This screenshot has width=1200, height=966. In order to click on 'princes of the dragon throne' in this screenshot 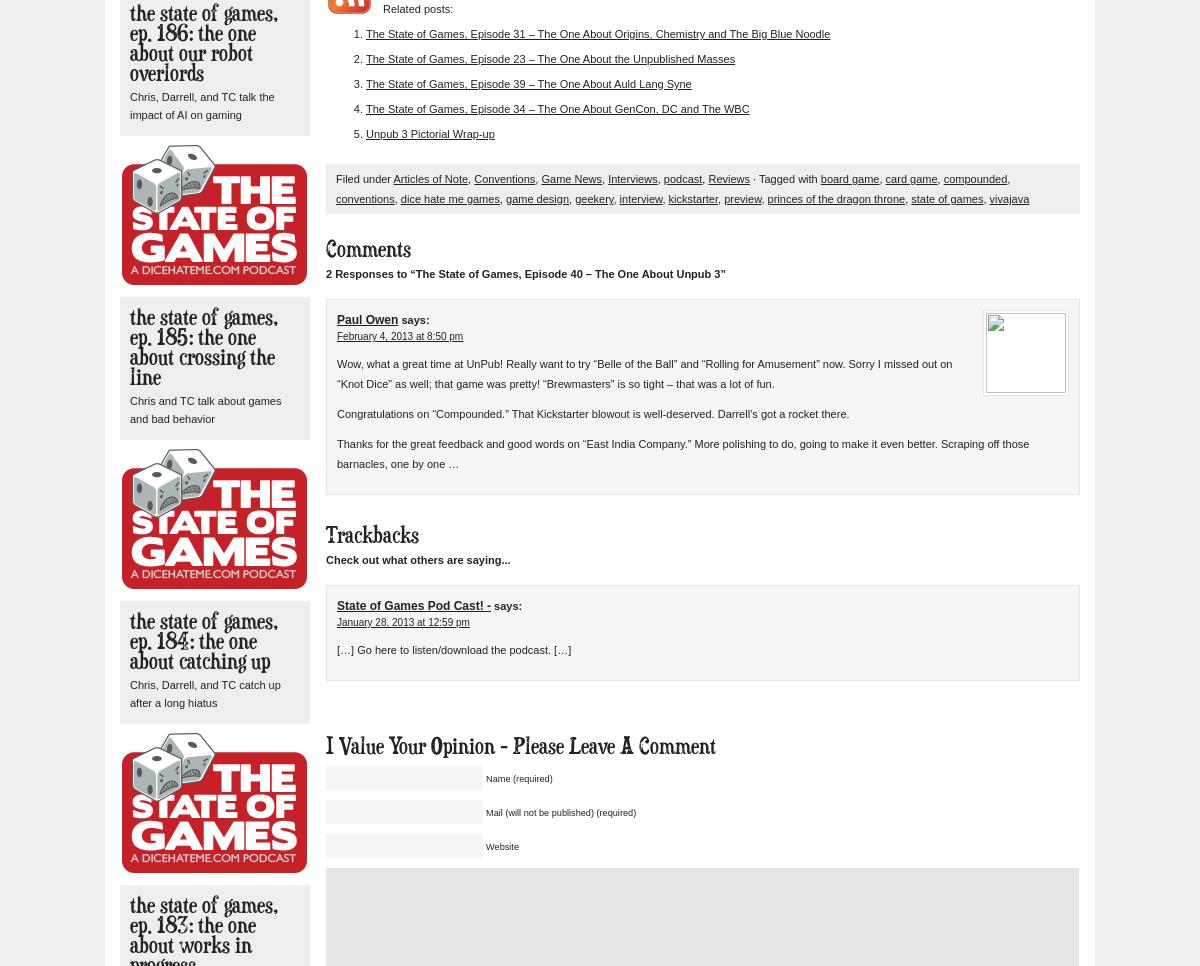, I will do `click(835, 198)`.